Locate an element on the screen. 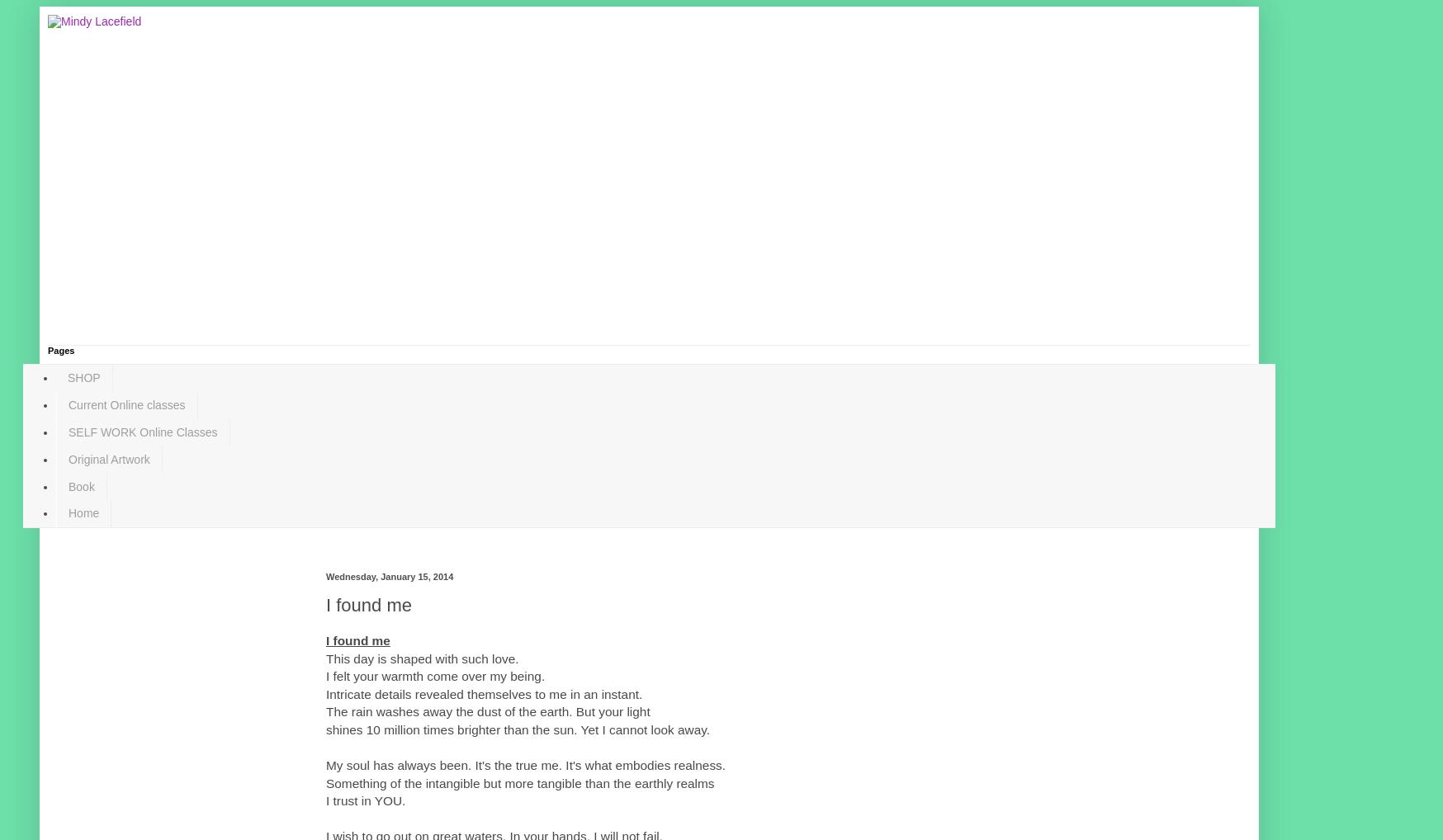  'Wednesday, January 15, 2014' is located at coordinates (388, 576).